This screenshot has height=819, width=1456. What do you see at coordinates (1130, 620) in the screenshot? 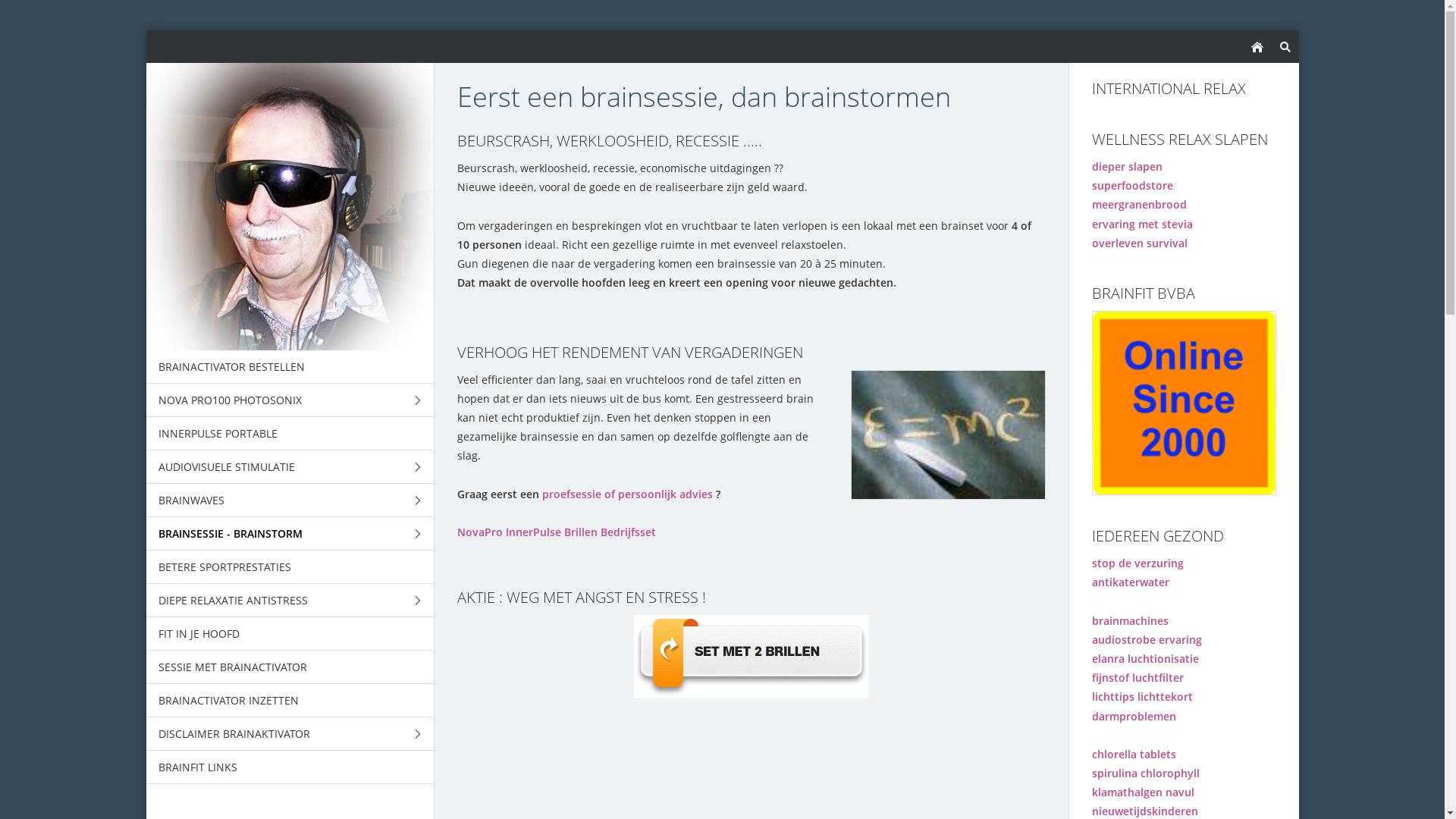
I see `'brainmachines'` at bounding box center [1130, 620].